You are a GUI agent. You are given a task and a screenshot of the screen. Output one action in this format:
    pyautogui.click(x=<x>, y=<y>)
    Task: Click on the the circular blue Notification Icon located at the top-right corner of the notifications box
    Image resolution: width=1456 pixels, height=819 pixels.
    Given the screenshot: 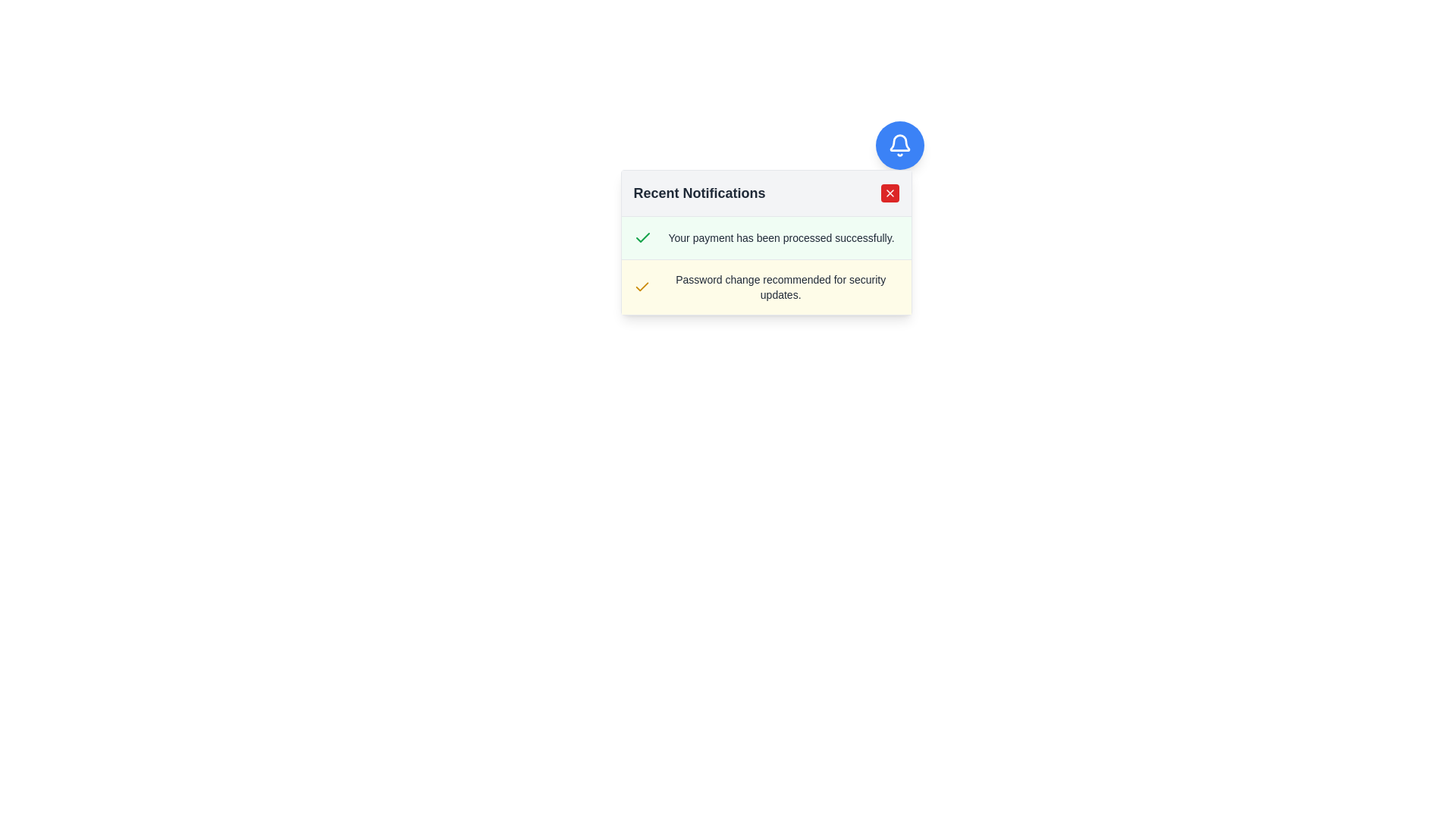 What is the action you would take?
    pyautogui.click(x=899, y=146)
    